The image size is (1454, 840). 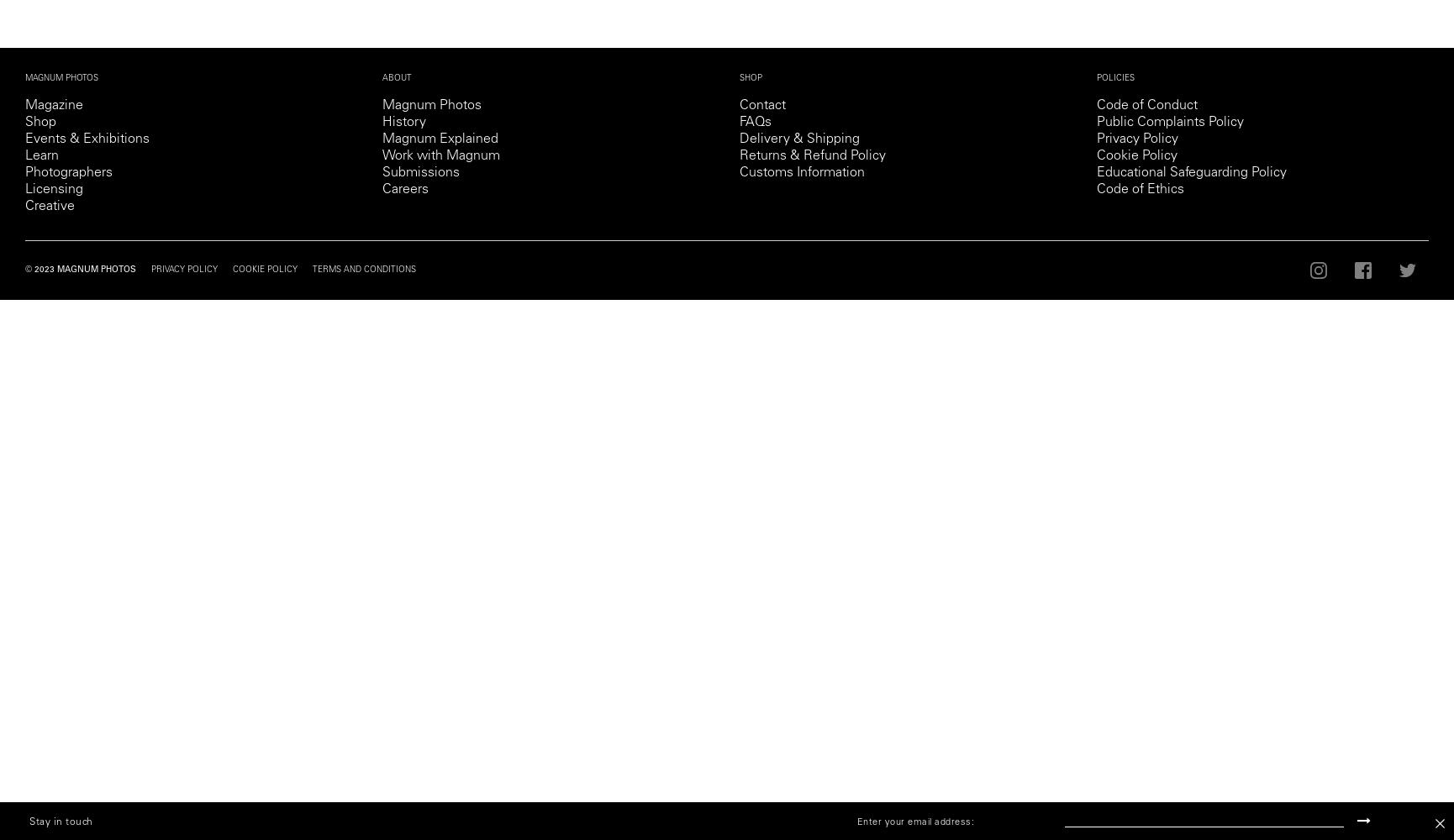 I want to click on 'SHOP', so click(x=740, y=78).